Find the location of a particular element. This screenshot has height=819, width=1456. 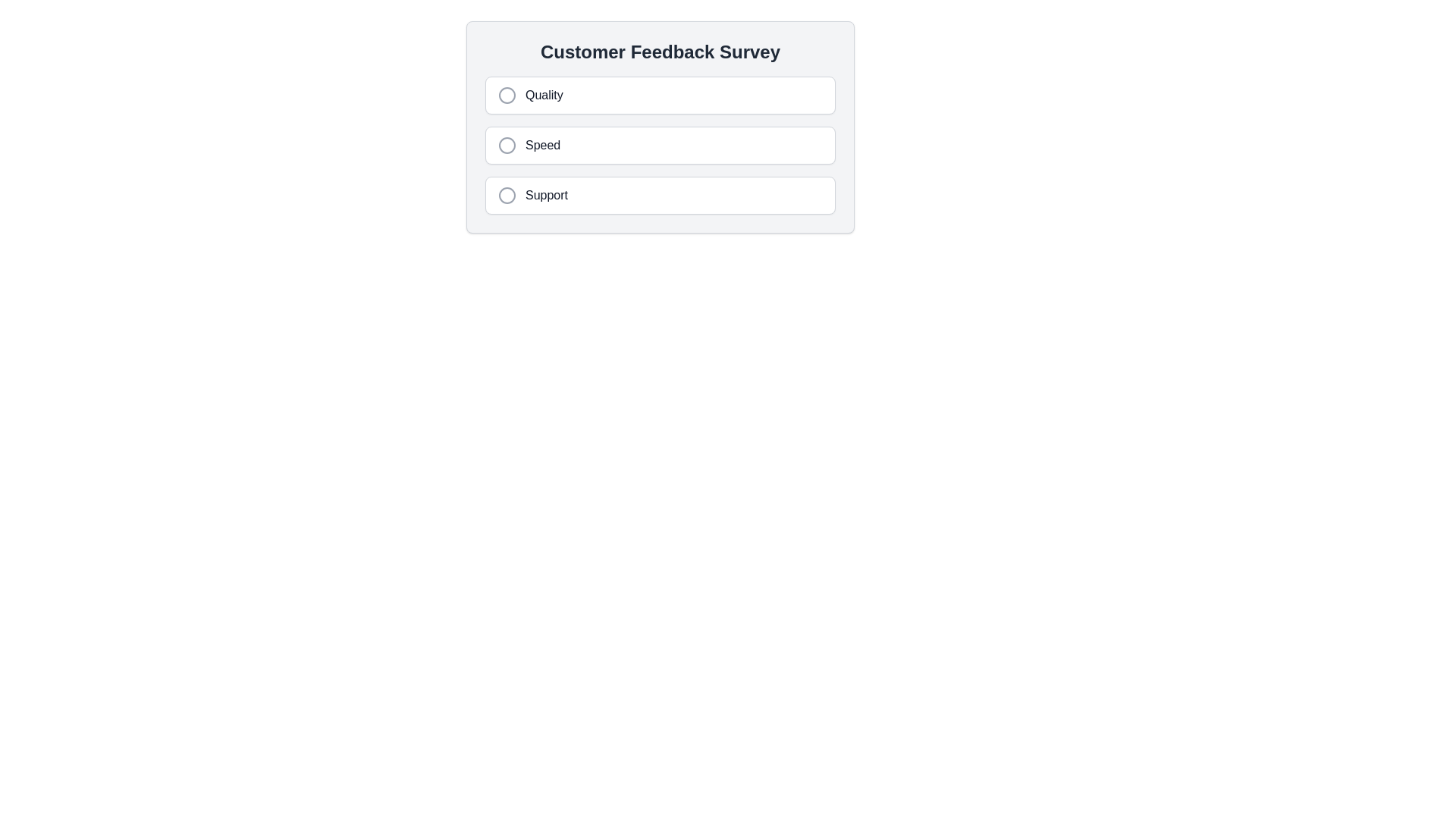

text content of the label for the third radio button option labeled 'Support' in the survey interface is located at coordinates (546, 195).